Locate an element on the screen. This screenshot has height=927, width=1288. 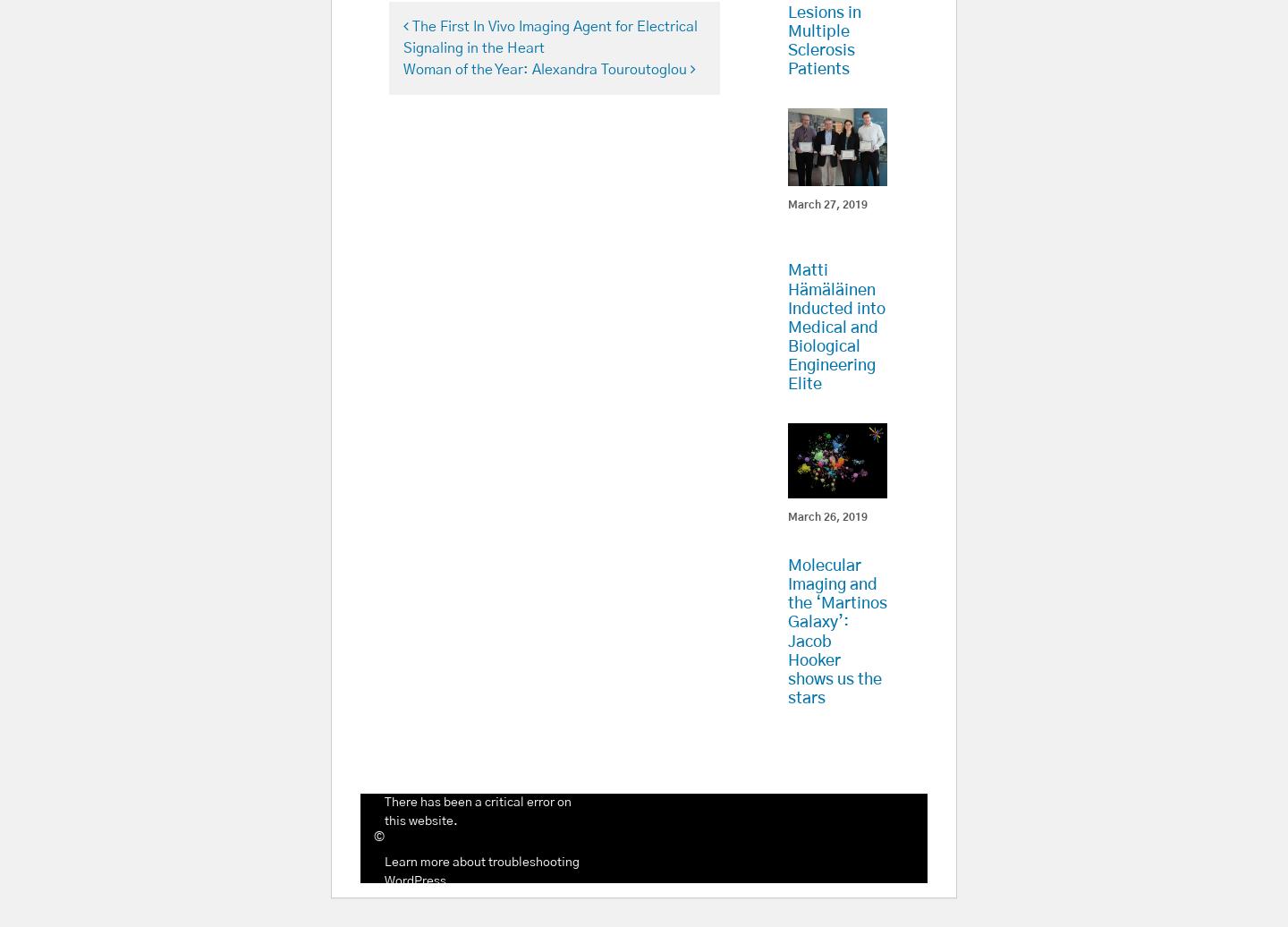
'Learn more about troubleshooting WordPress.' is located at coordinates (480, 872).